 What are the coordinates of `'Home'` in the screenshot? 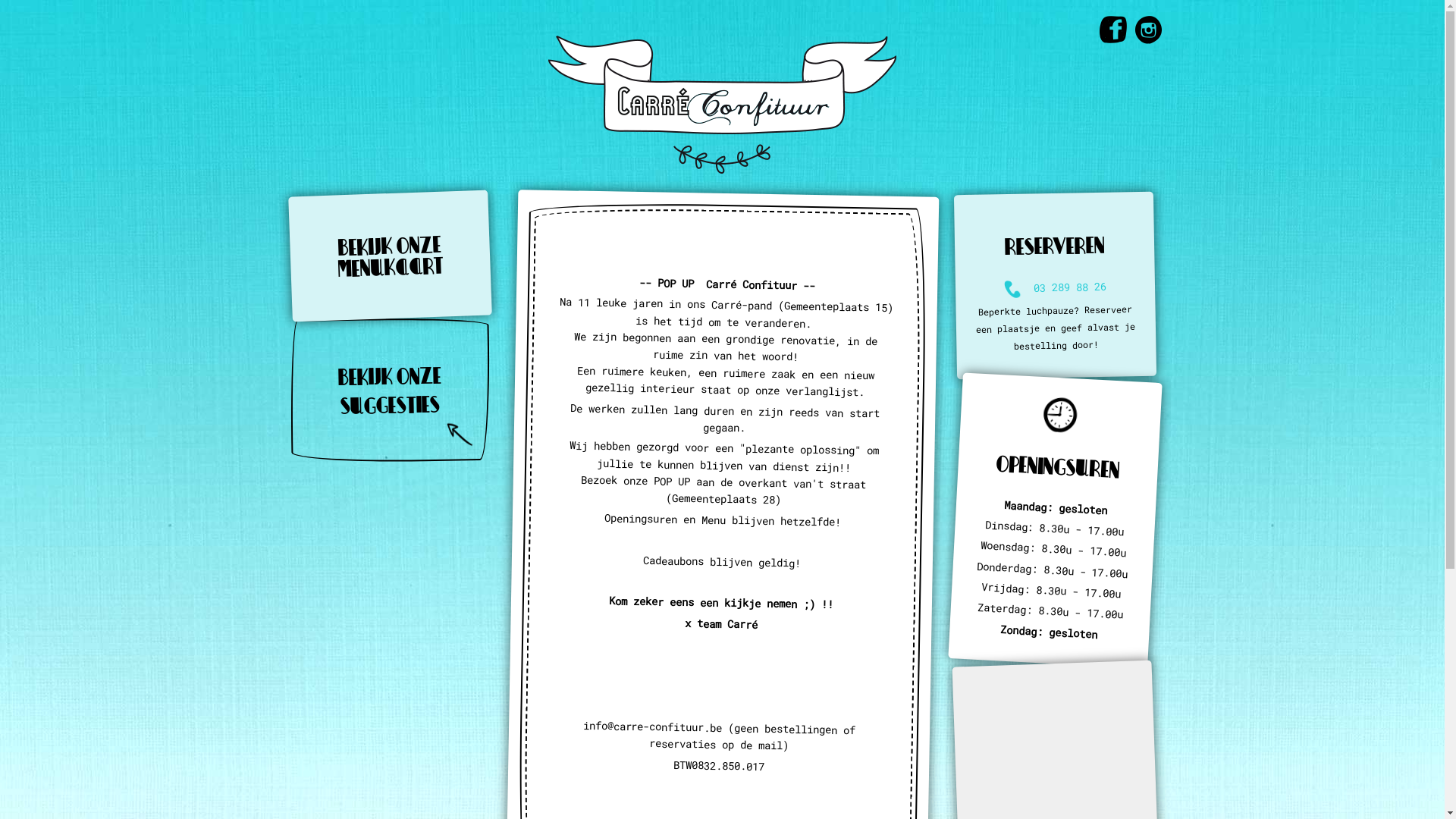 It's located at (721, 102).